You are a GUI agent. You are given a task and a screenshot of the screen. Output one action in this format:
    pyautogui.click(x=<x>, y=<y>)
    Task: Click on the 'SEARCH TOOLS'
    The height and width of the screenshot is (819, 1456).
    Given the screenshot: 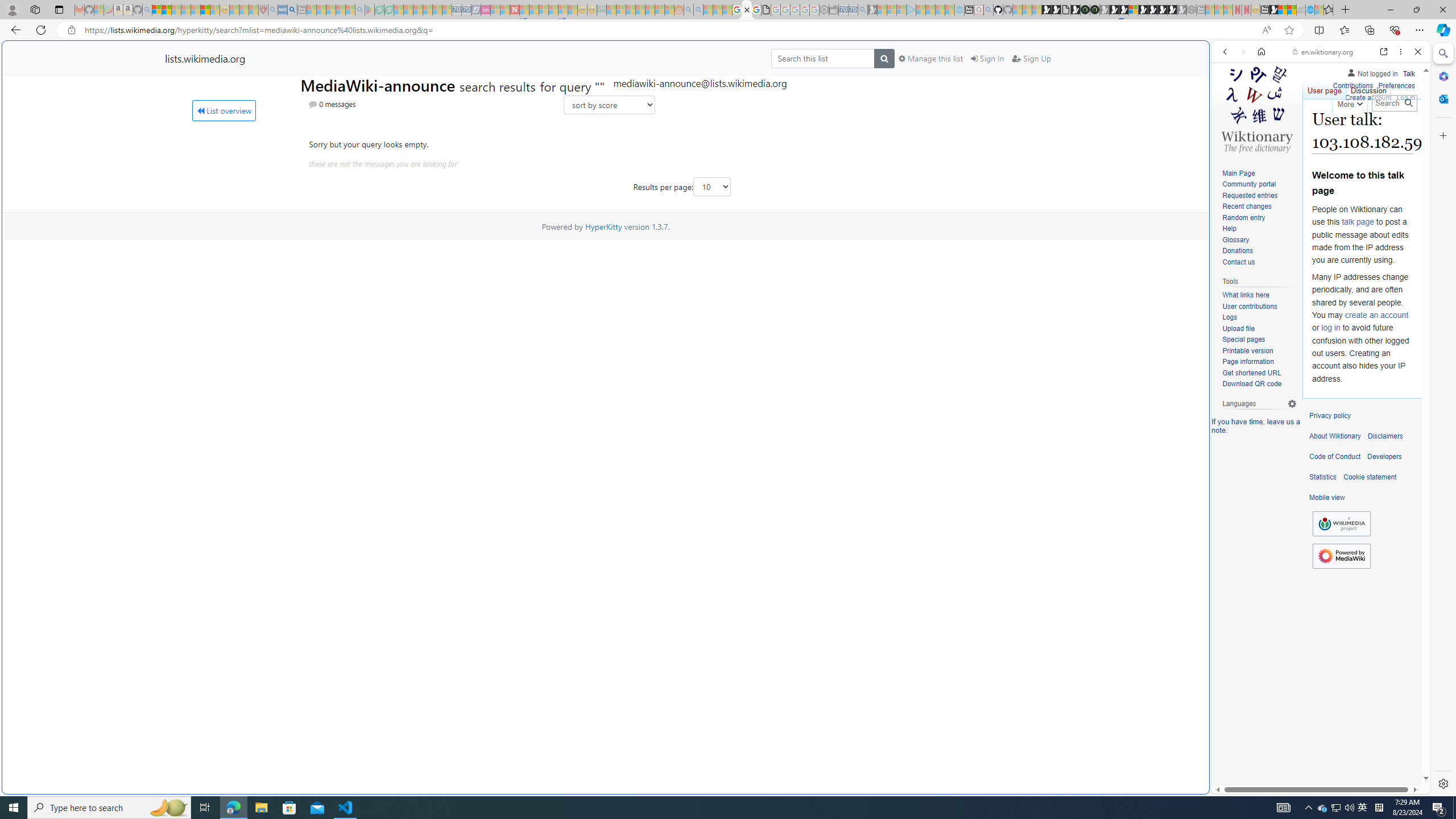 What is the action you would take?
    pyautogui.click(x=1350, y=130)
    